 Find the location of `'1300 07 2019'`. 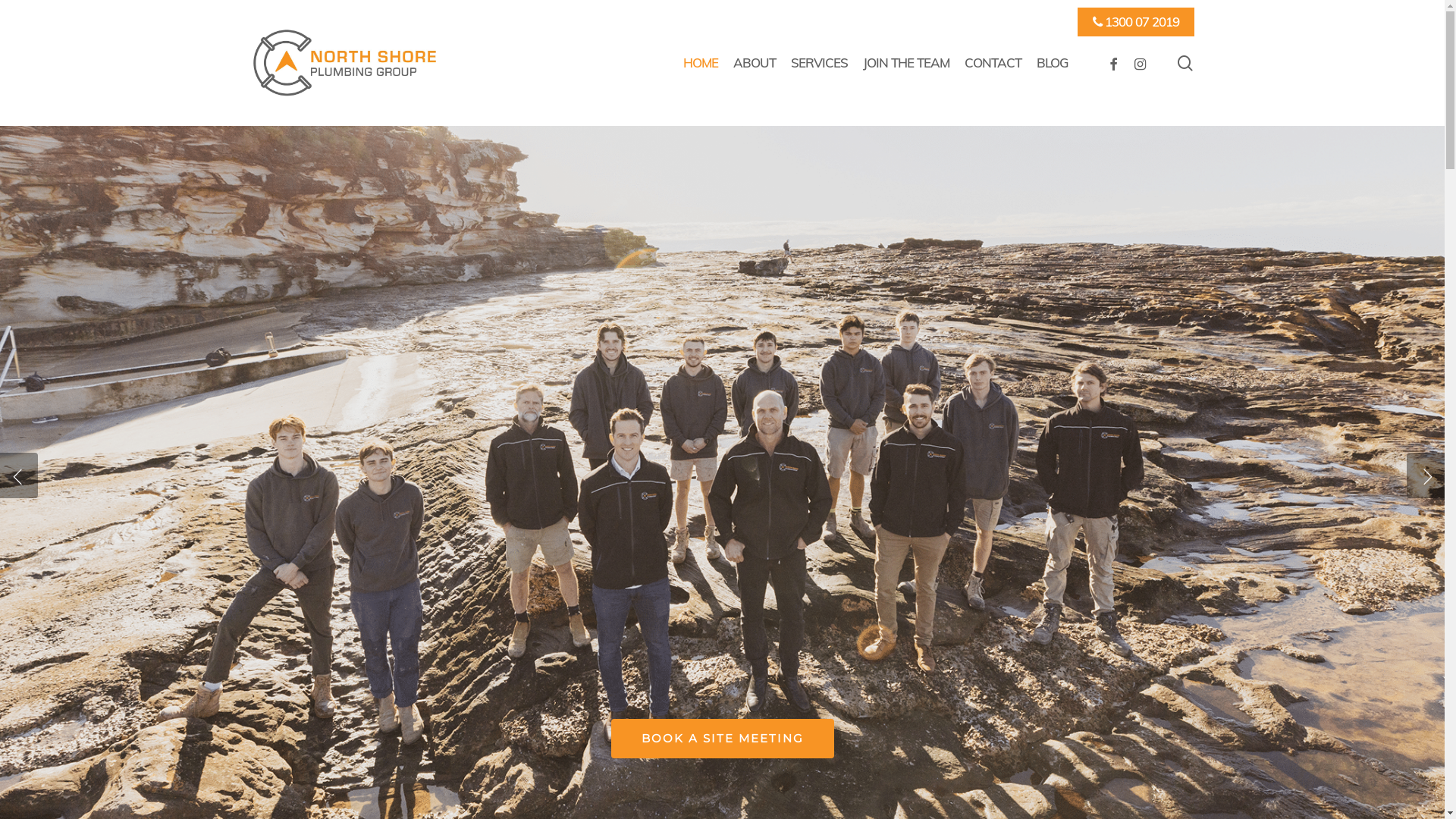

'1300 07 2019' is located at coordinates (1135, 22).